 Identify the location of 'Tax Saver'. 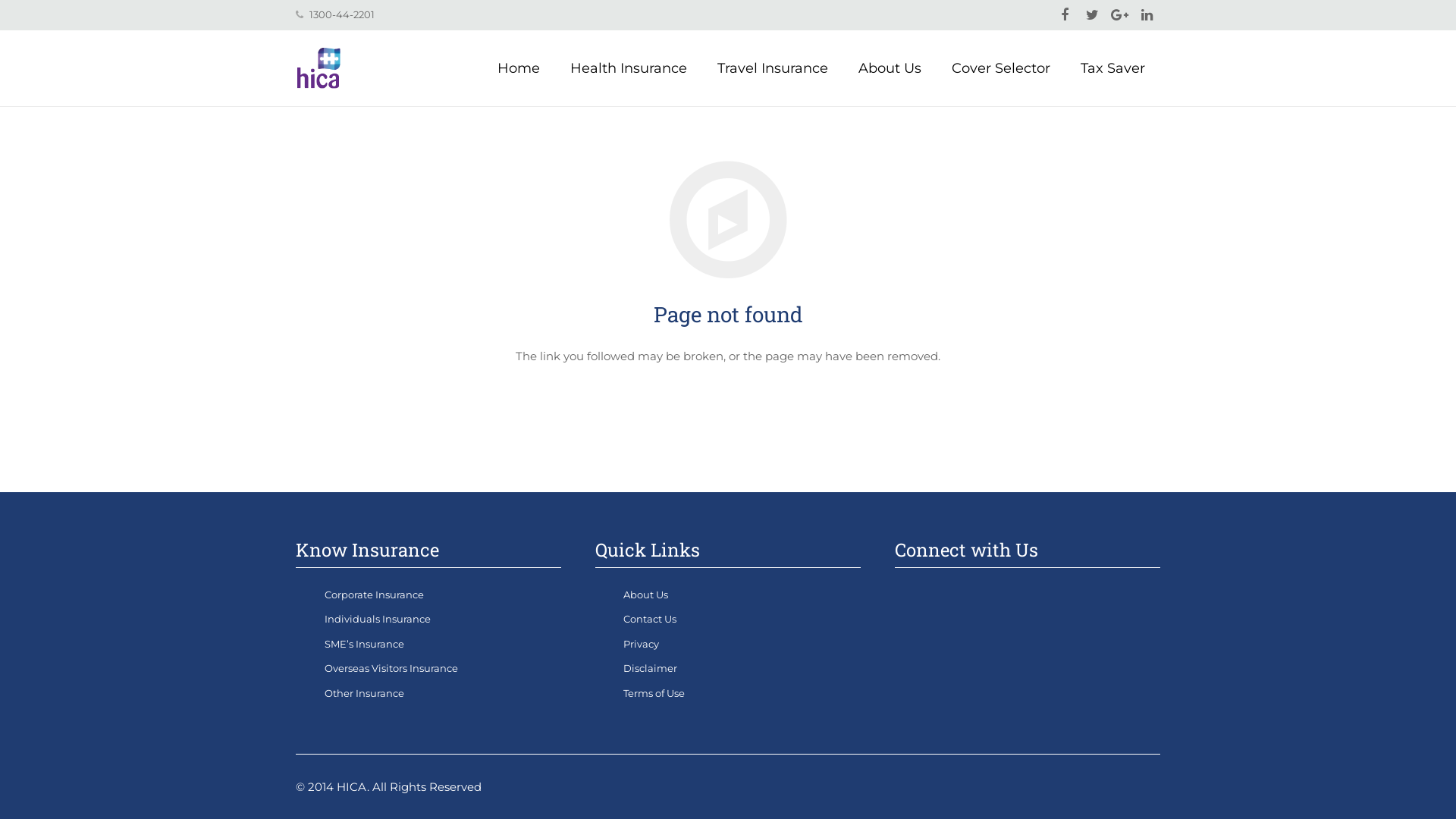
(1112, 67).